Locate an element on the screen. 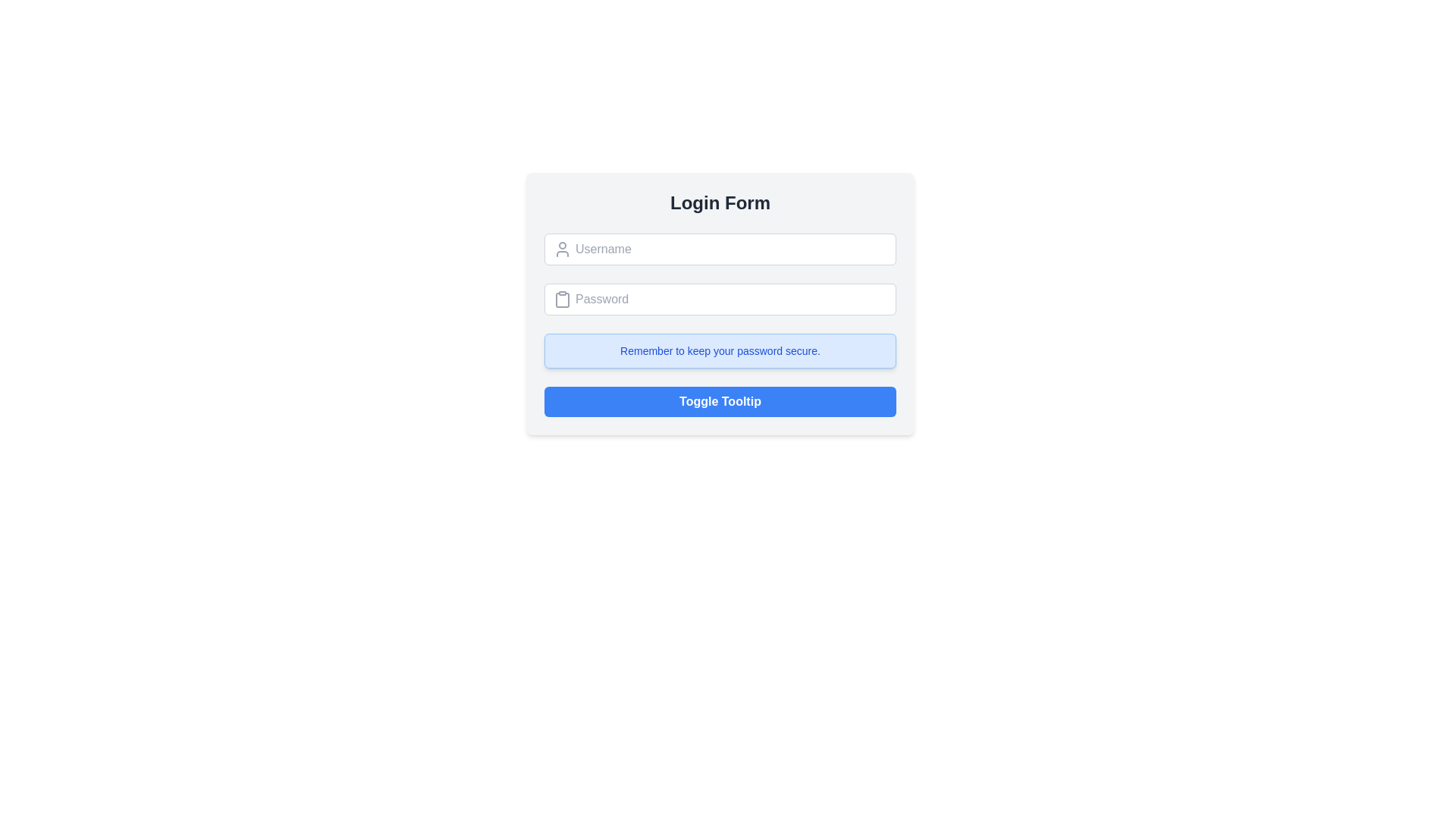 Image resolution: width=1456 pixels, height=819 pixels. the visual indicator icon associated with the password input field, which is positioned to the left and slightly above the center of the password input area is located at coordinates (562, 299).